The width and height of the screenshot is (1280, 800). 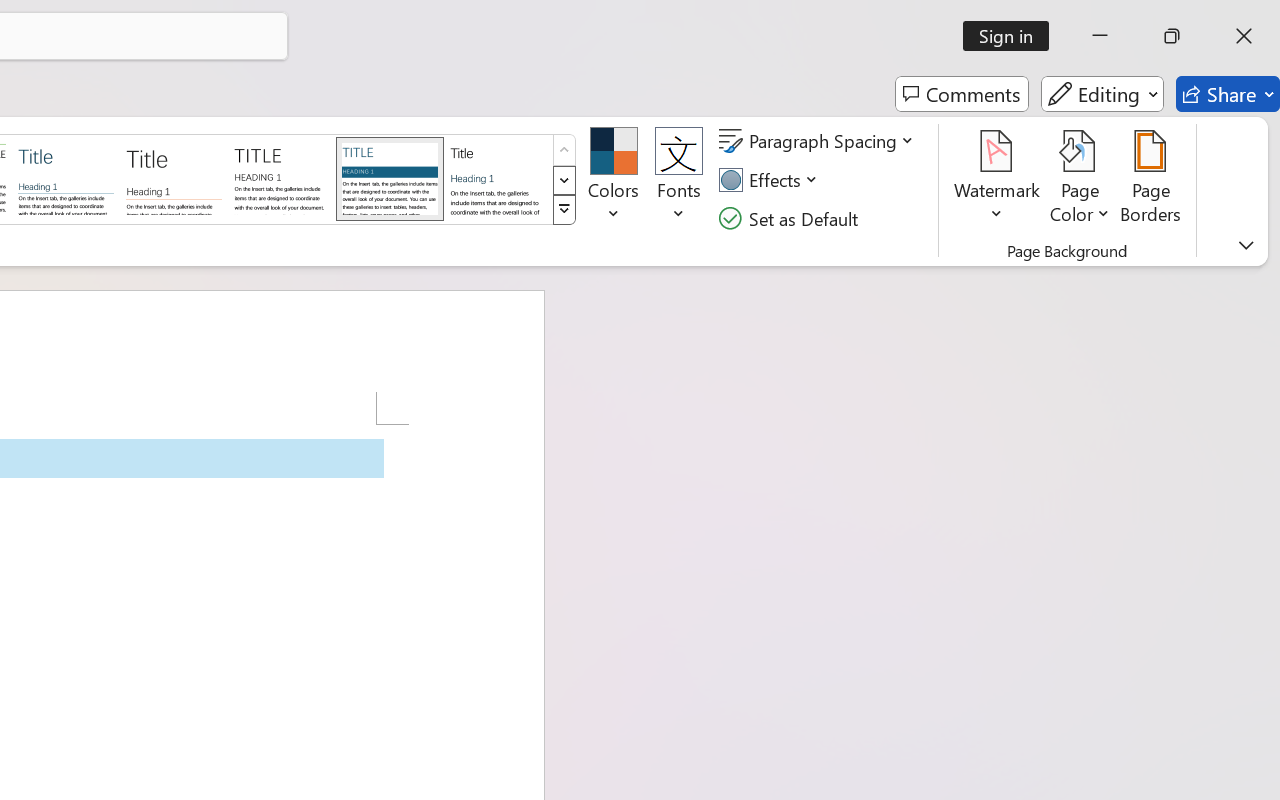 What do you see at coordinates (280, 177) in the screenshot?
I see `'Minimalist'` at bounding box center [280, 177].